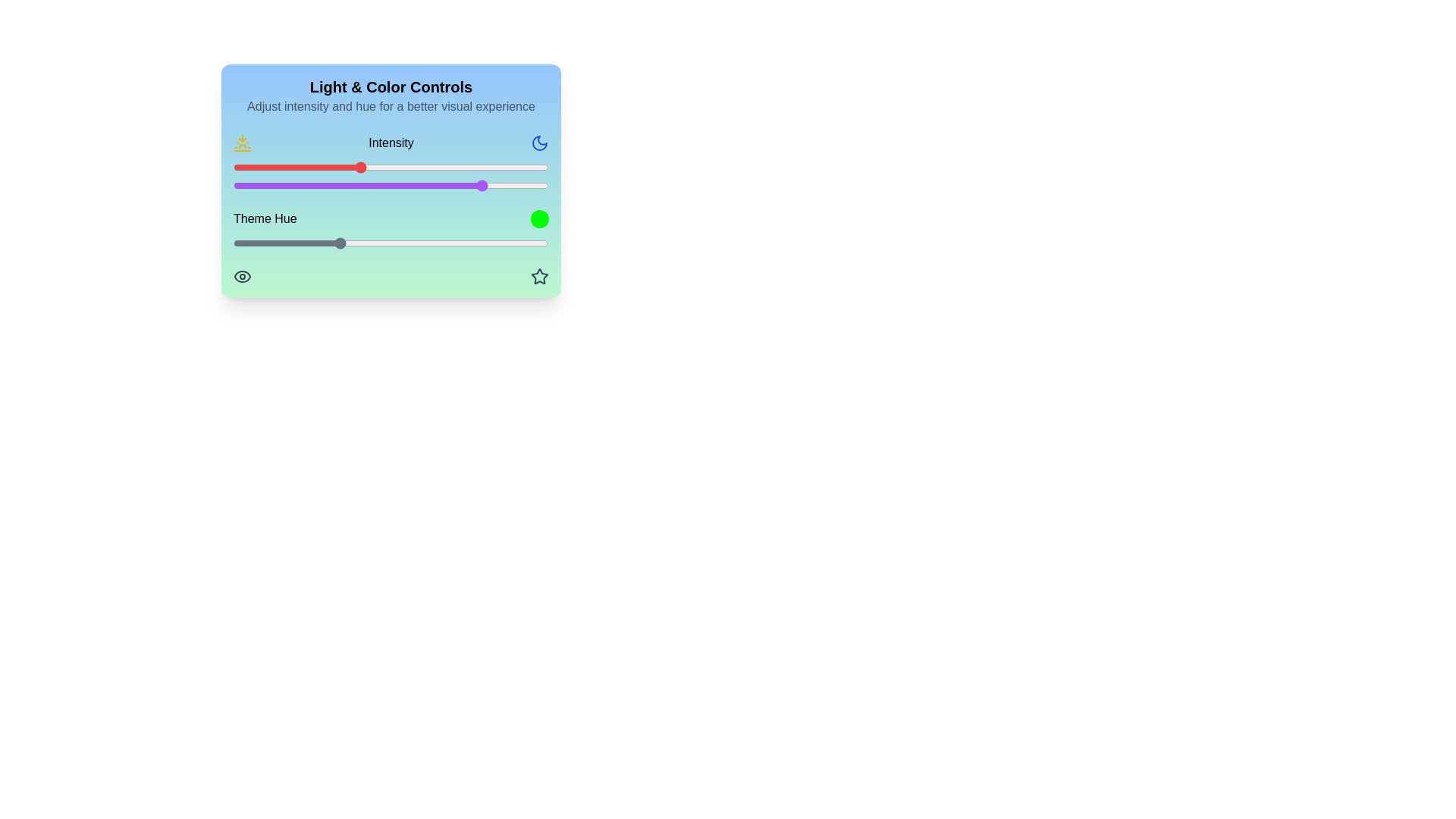 The height and width of the screenshot is (819, 1456). I want to click on intensity, so click(466, 167).